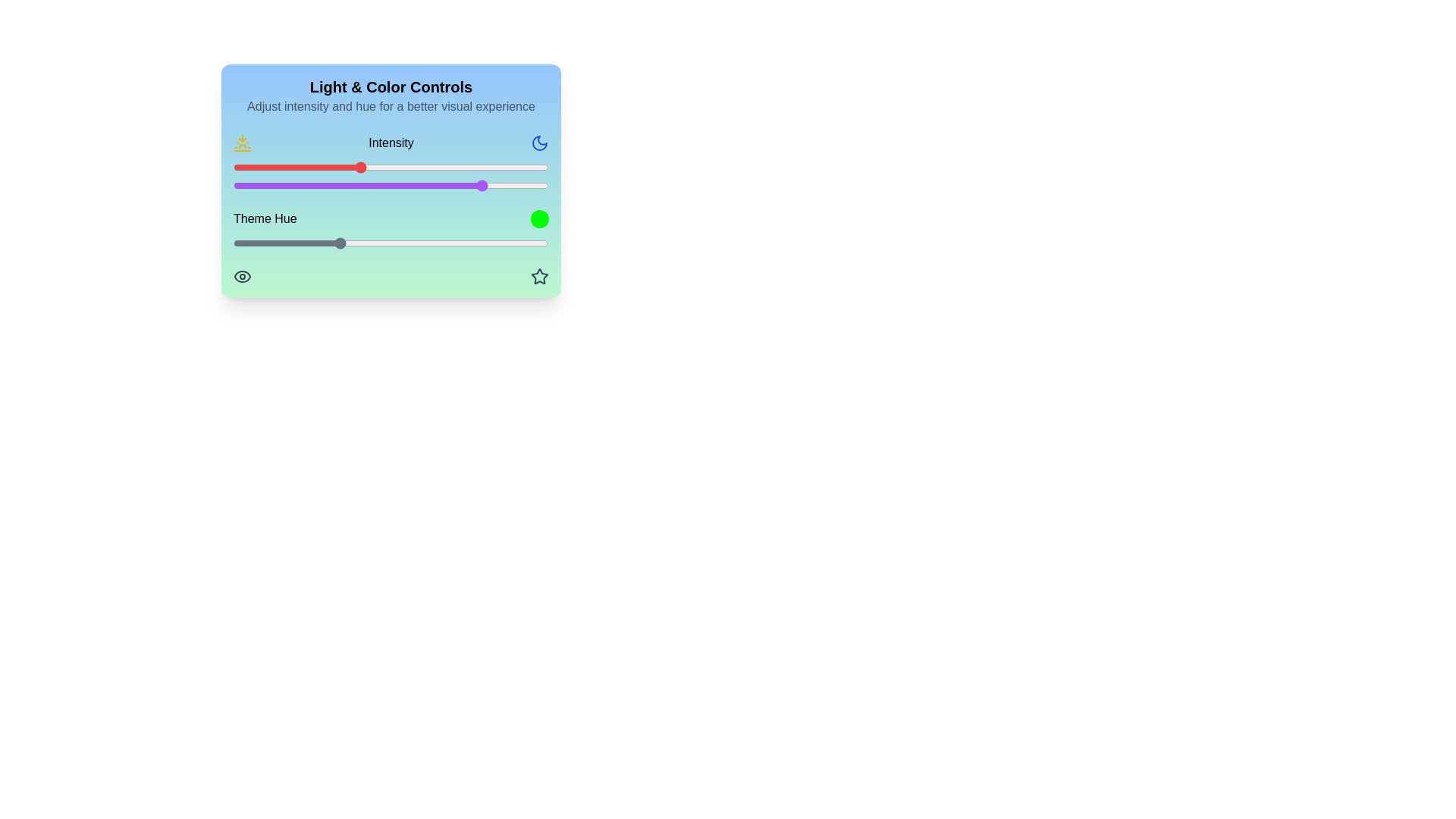 The height and width of the screenshot is (819, 1456). I want to click on intensity, so click(466, 167).